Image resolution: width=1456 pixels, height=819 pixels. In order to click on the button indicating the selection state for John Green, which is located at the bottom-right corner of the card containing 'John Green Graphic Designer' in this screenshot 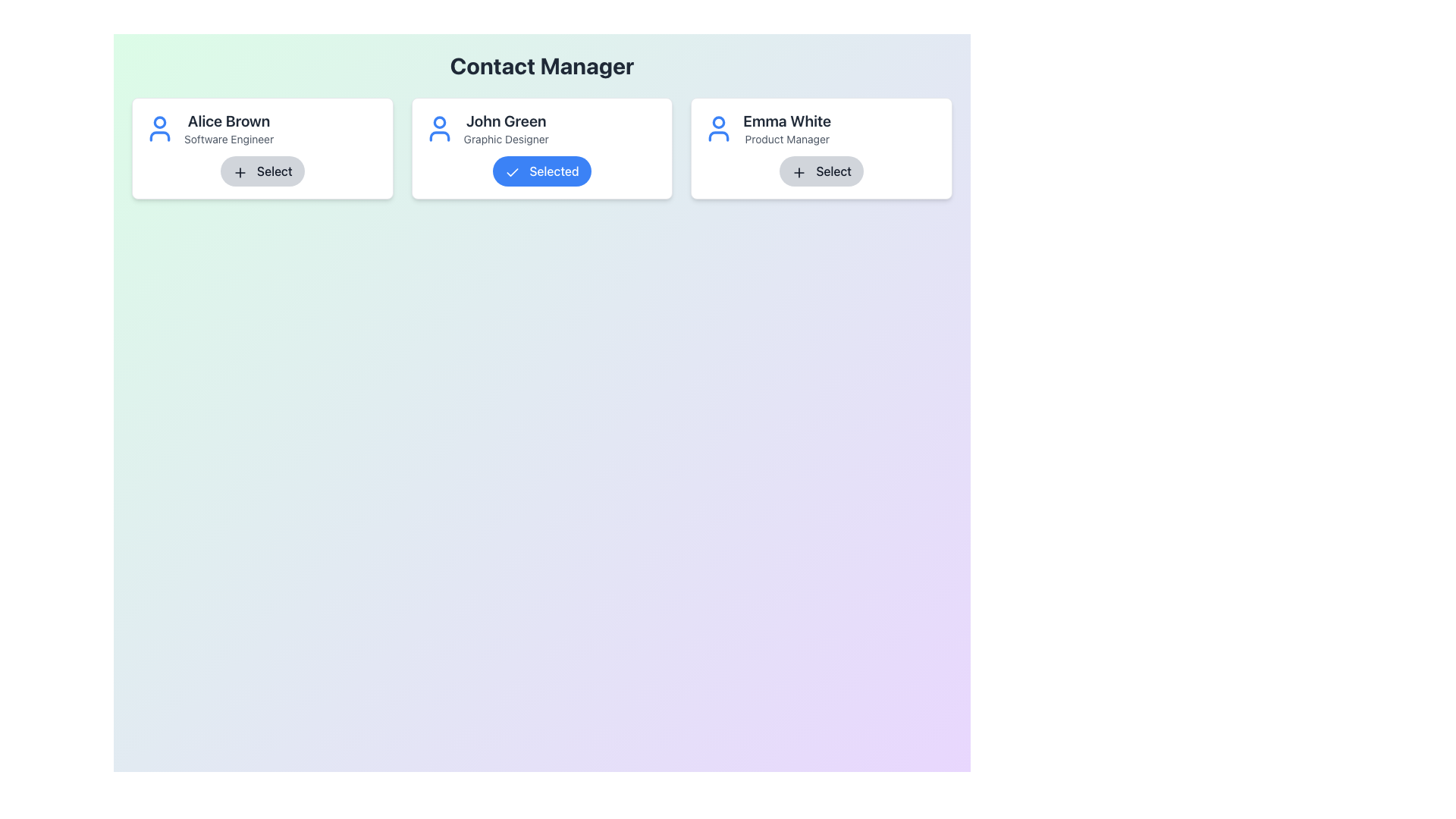, I will do `click(542, 171)`.